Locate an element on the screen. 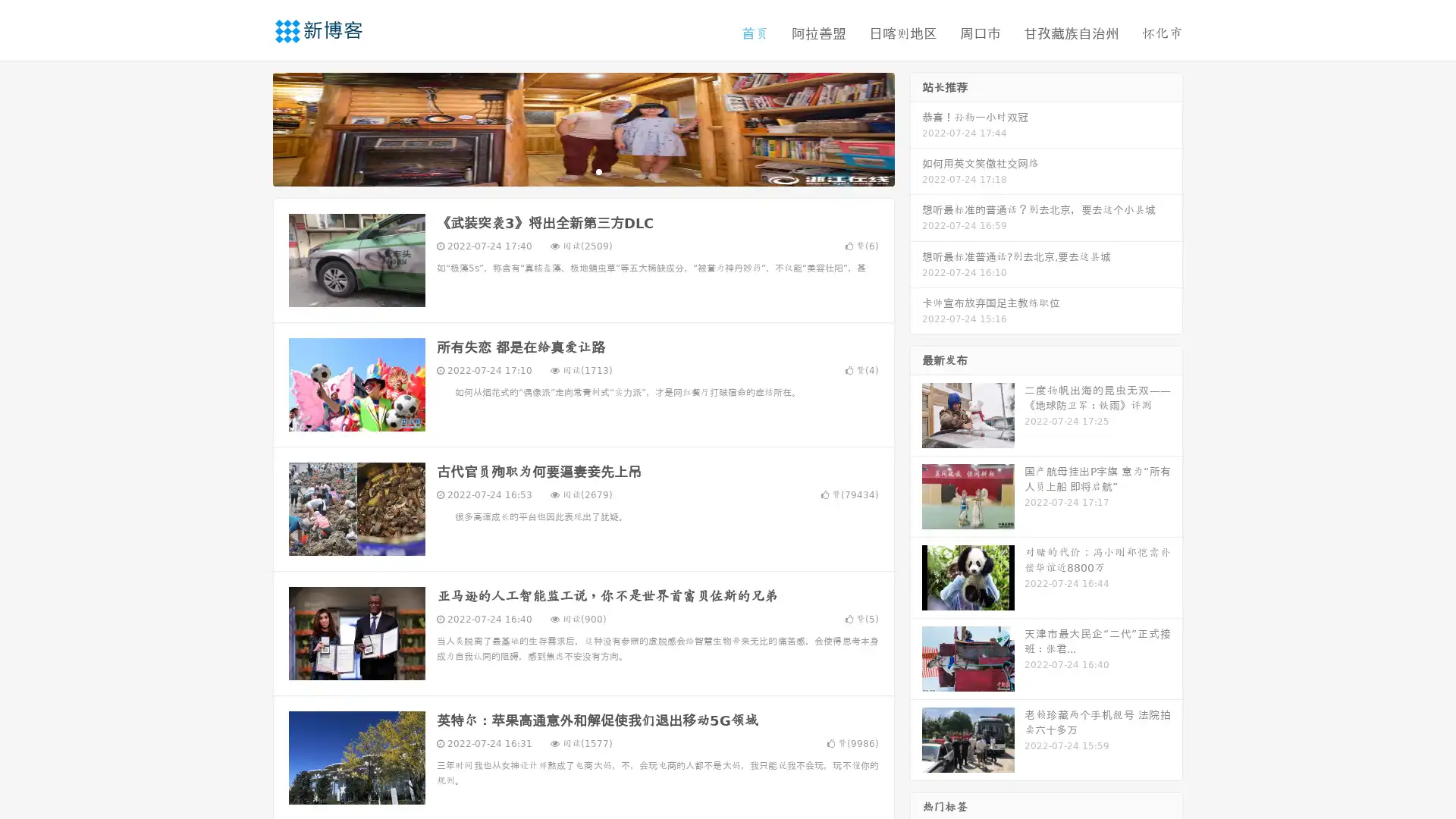 This screenshot has width=1456, height=819. Next slide is located at coordinates (916, 127).